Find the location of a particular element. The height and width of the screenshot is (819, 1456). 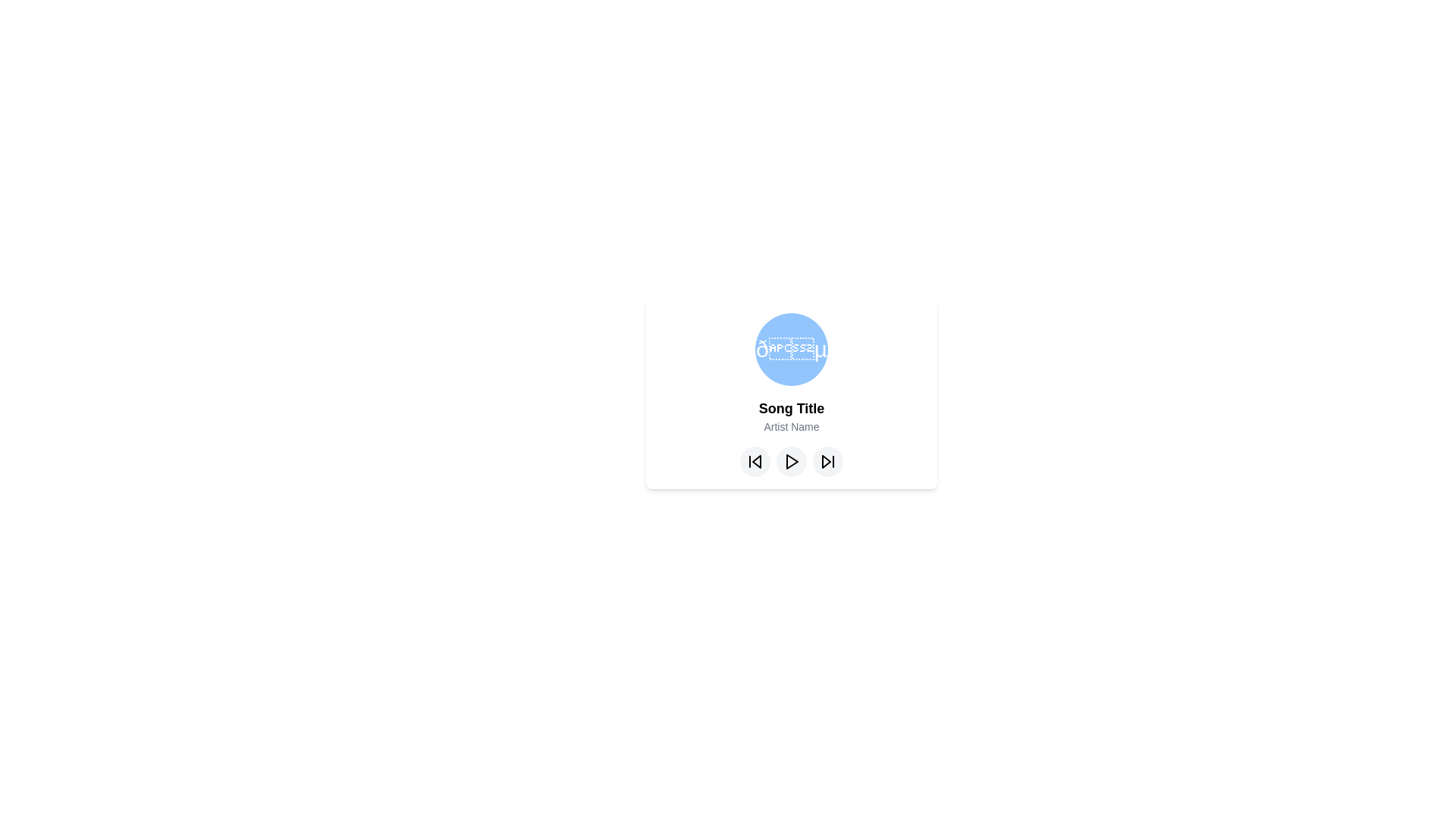

the 'Next' button located at the bottom center of the layout, positioned immediately to the right of the 'Play' button, to advance to the next item is located at coordinates (827, 461).